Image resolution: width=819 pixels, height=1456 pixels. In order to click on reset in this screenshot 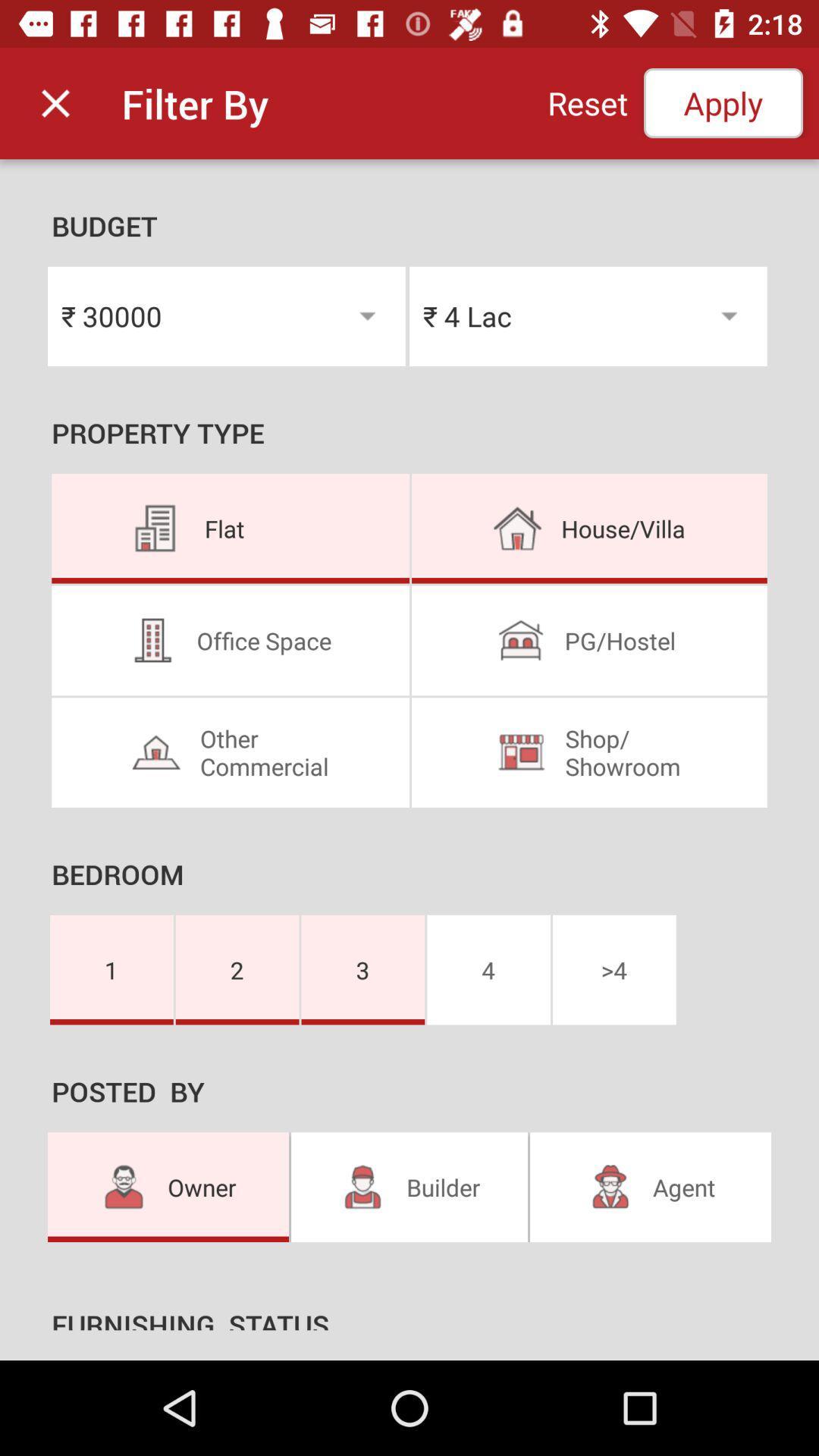, I will do `click(587, 102)`.